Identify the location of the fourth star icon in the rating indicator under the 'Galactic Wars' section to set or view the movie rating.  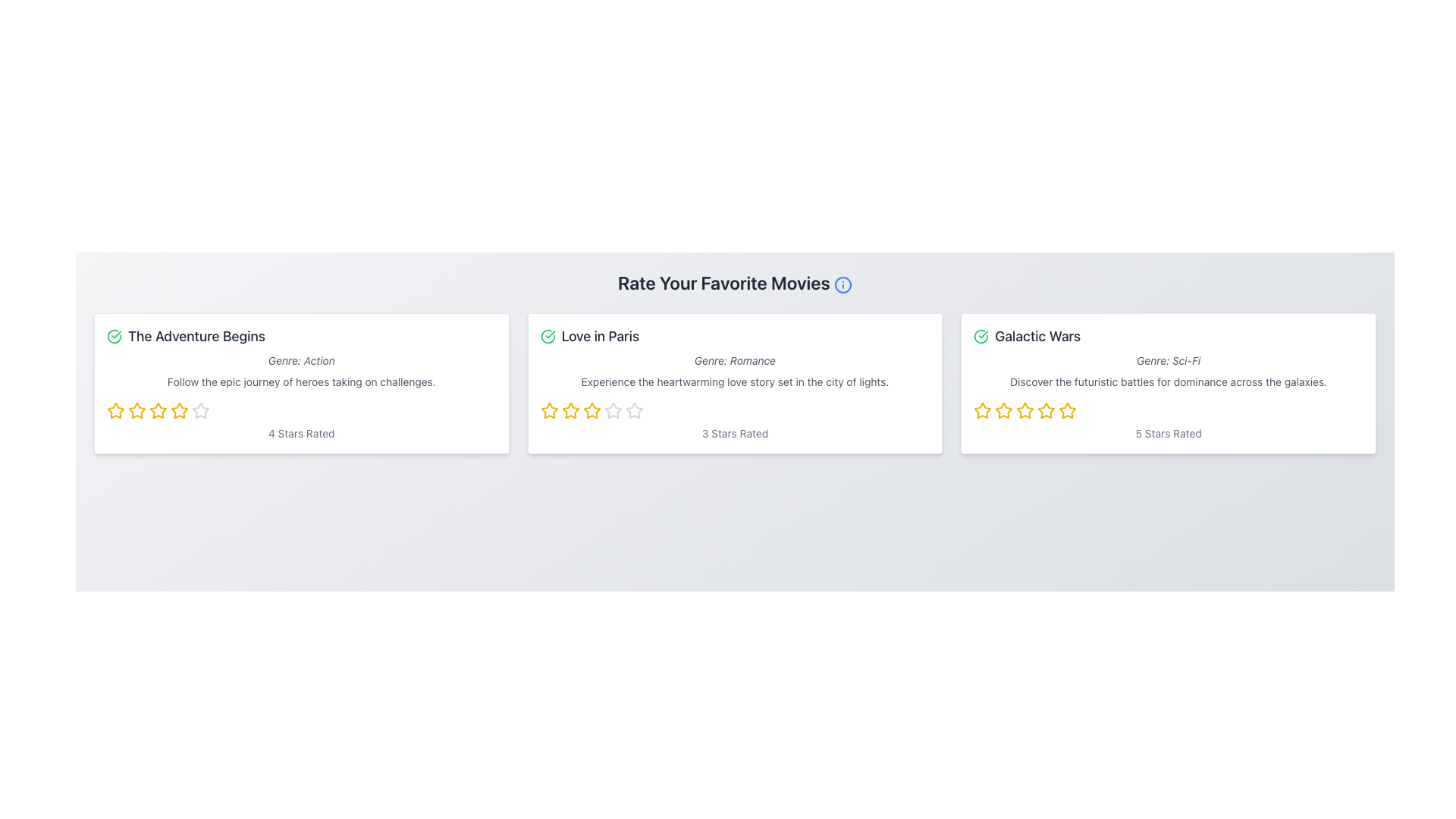
(1046, 410).